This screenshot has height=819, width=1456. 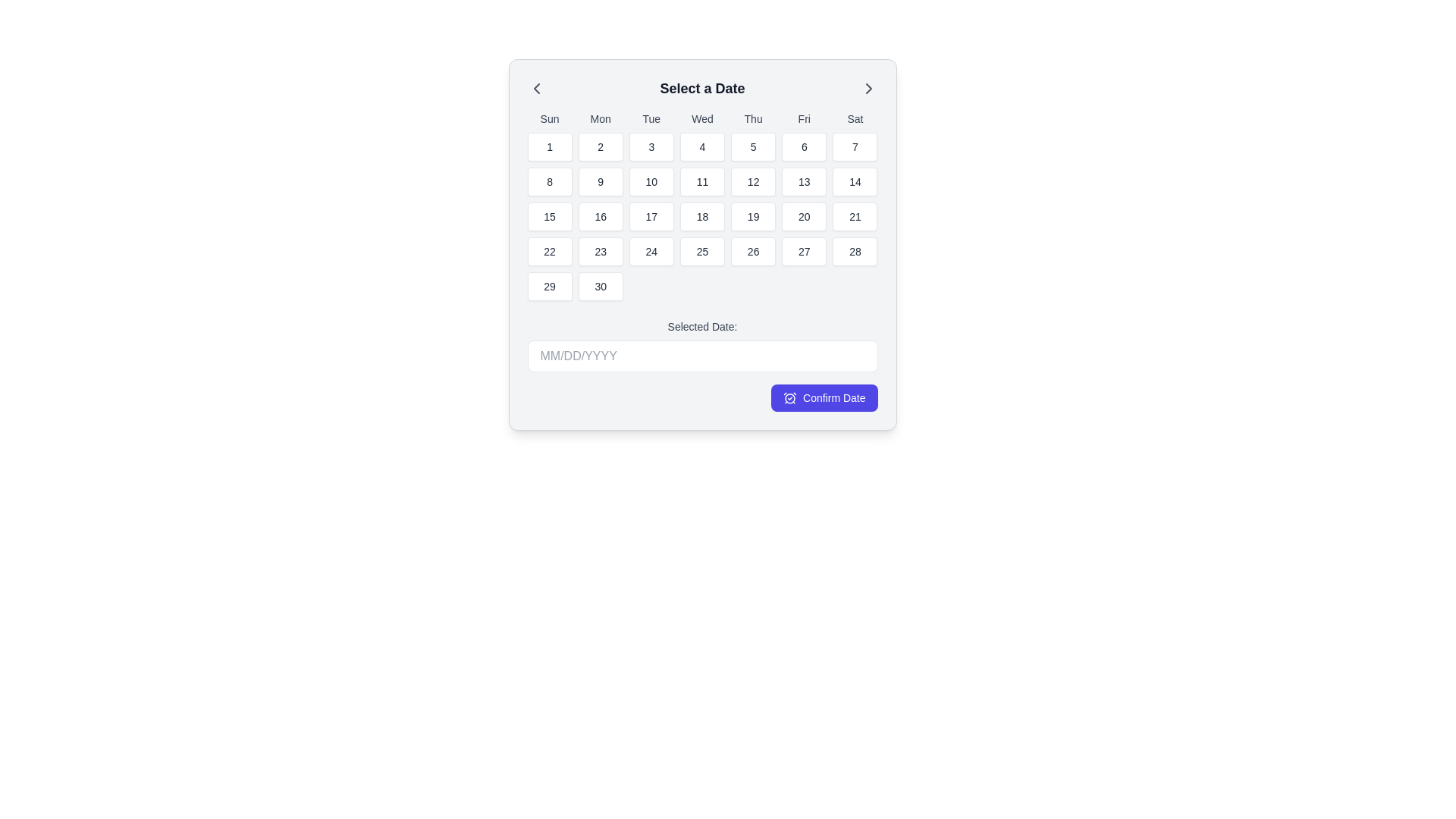 What do you see at coordinates (701, 88) in the screenshot?
I see `the Text Label that serves as the title for the date selection interface, located in the upper central region of the calendar interface, between the left and right navigational arrow icons` at bounding box center [701, 88].